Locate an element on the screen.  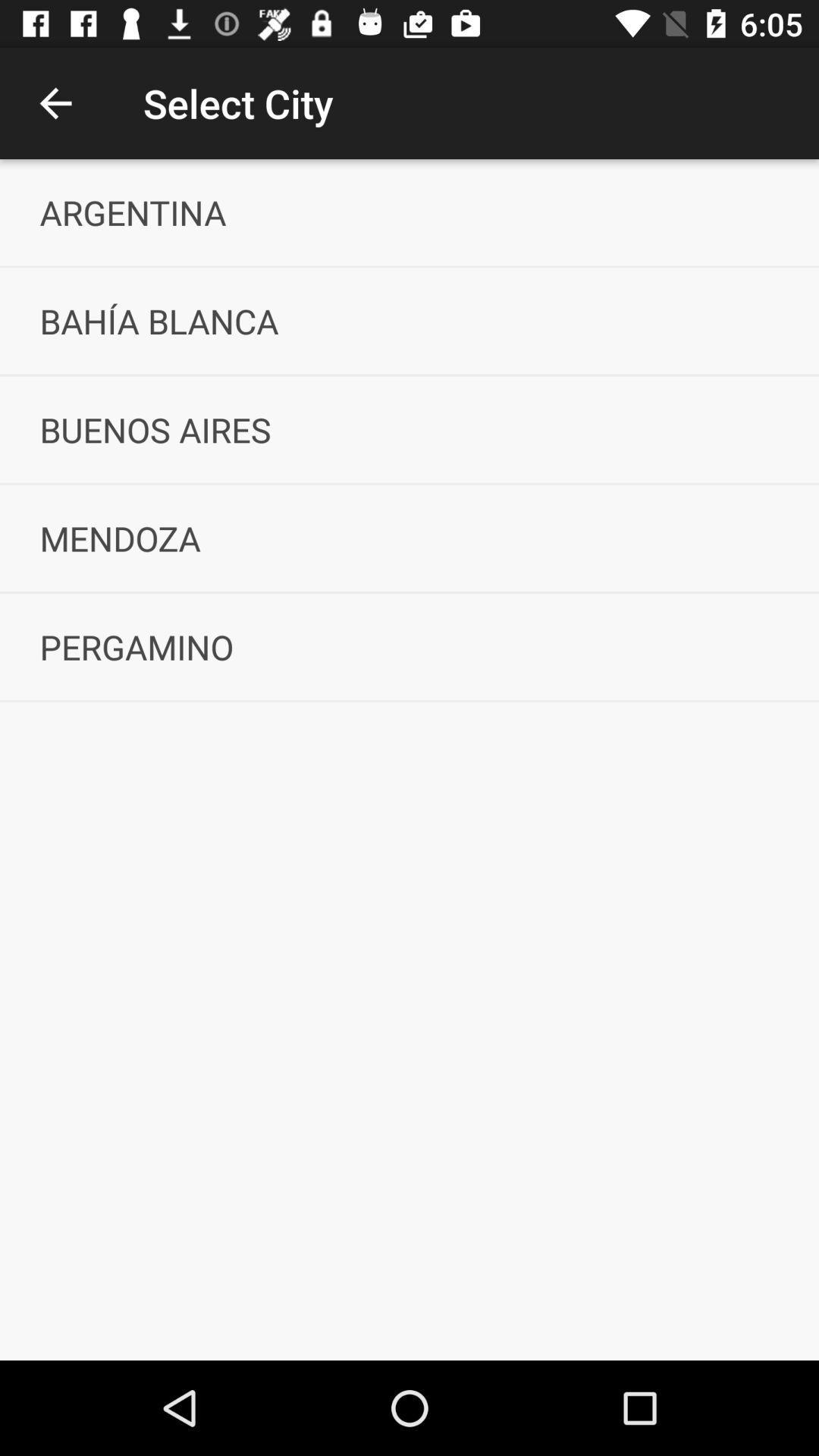
the buenos aires is located at coordinates (409, 428).